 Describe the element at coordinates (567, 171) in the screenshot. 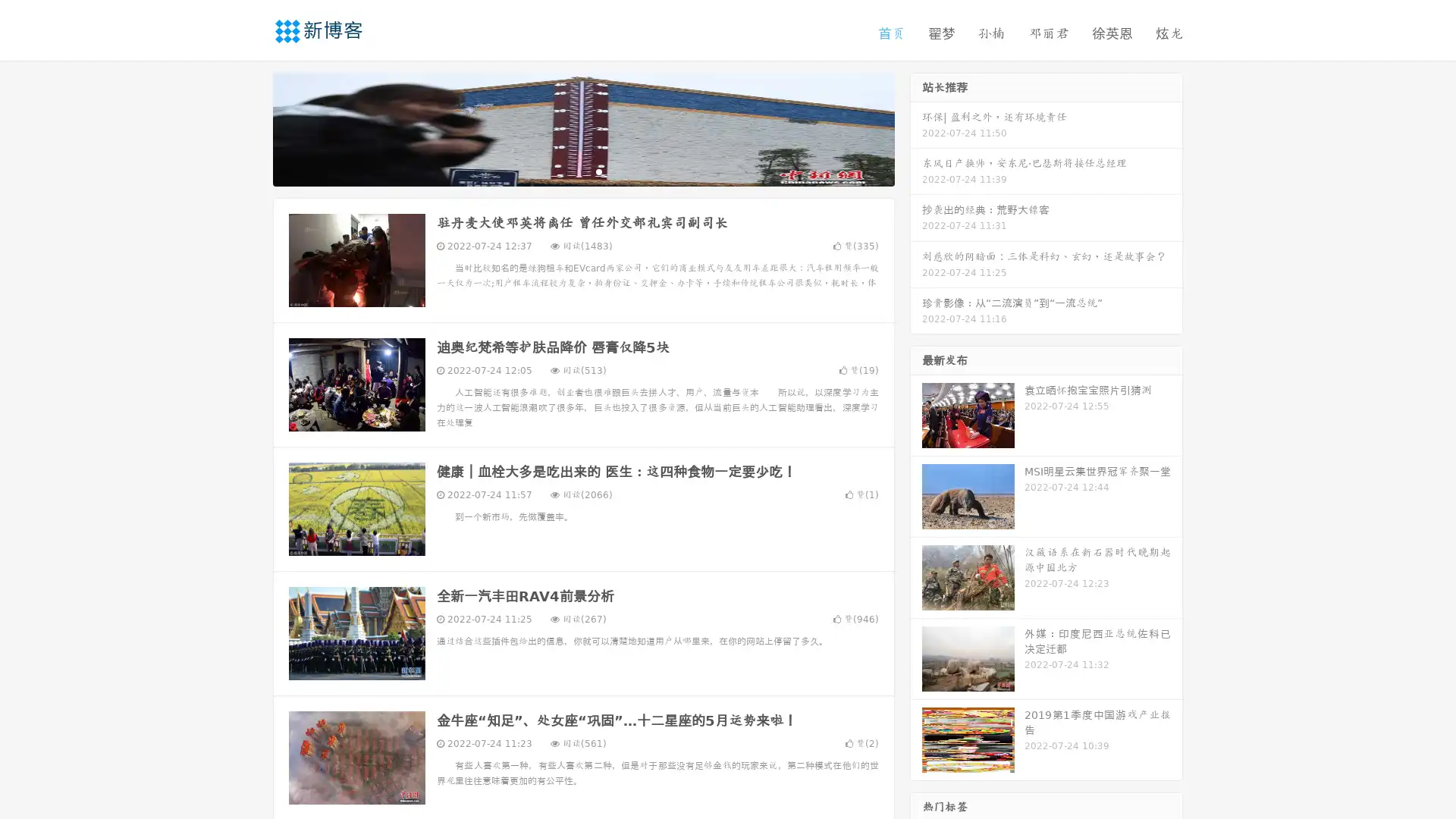

I see `Go to slide 1` at that location.